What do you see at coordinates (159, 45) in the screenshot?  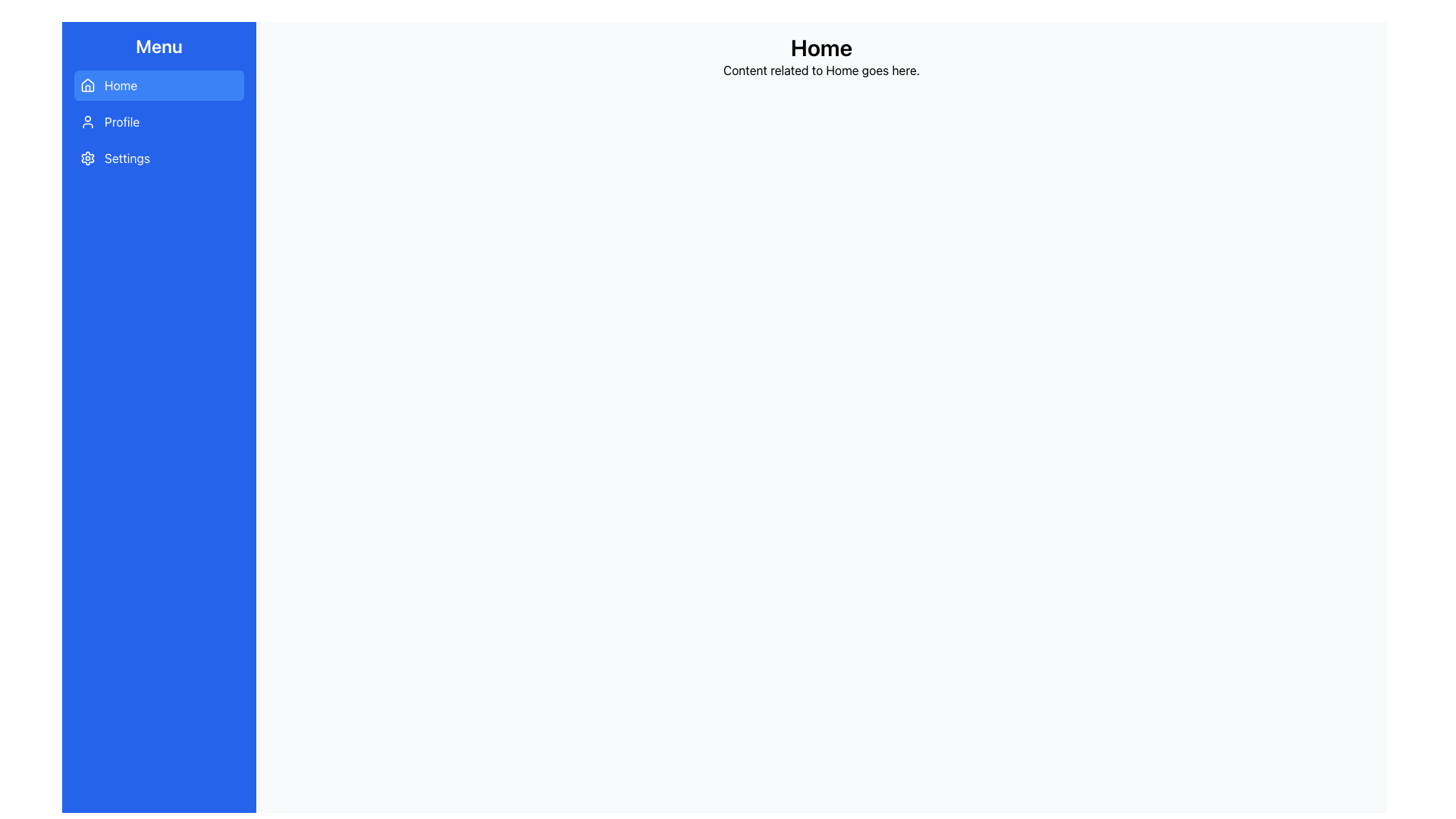 I see `the static text label at the top left of the blue sidebar, which indicates the purpose of the section` at bounding box center [159, 45].